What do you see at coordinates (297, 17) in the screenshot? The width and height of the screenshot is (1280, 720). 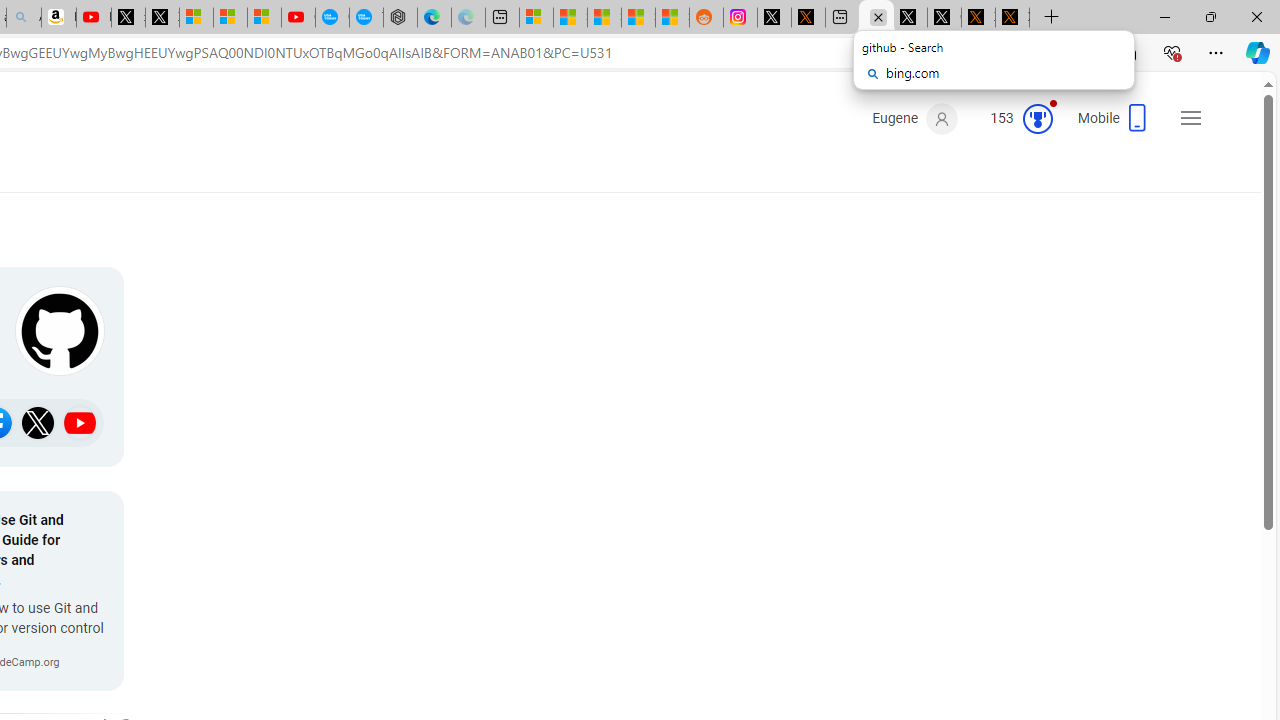 I see `'Gloom - YouTube'` at bounding box center [297, 17].